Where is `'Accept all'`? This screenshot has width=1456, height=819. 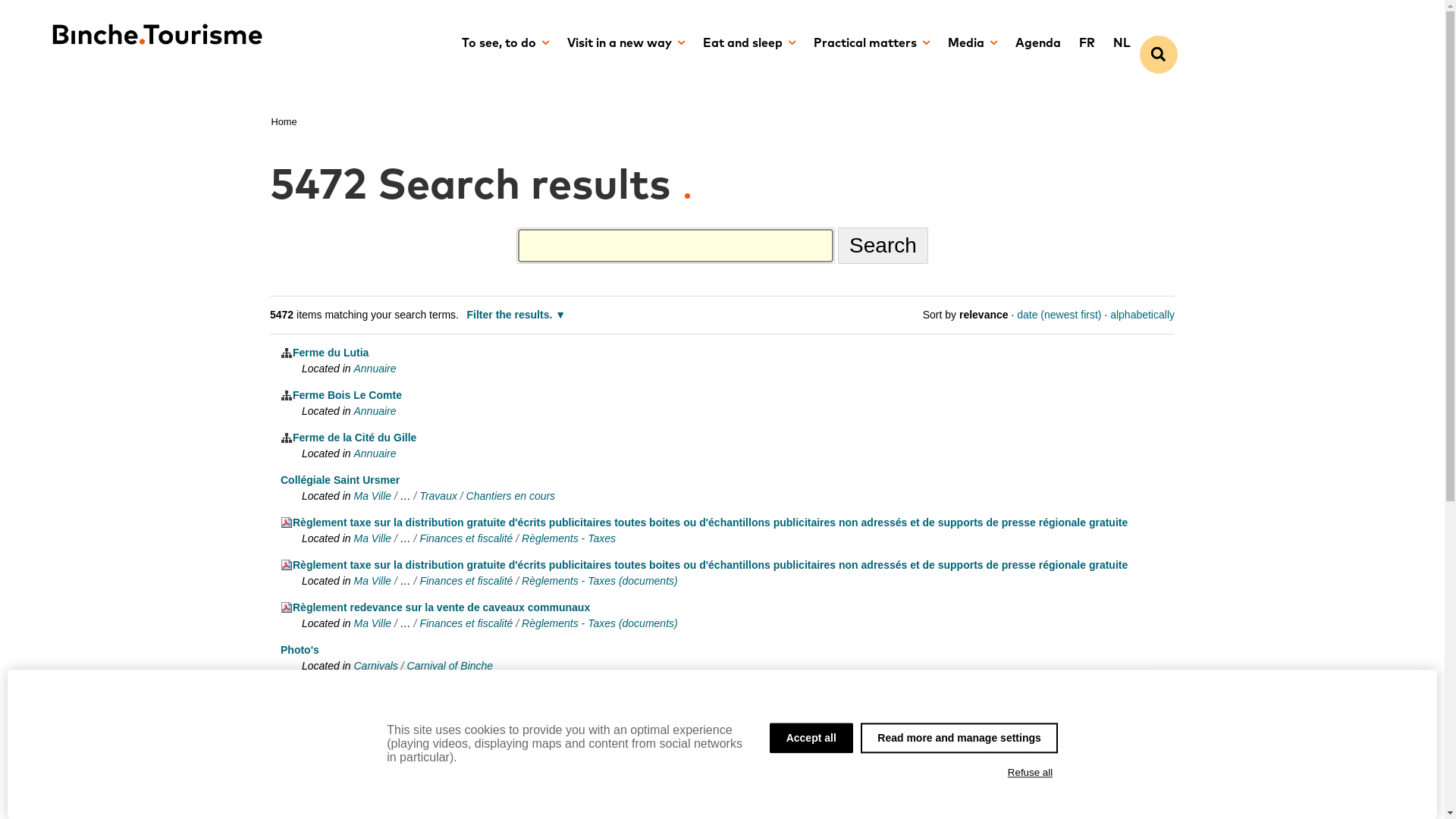 'Accept all' is located at coordinates (769, 736).